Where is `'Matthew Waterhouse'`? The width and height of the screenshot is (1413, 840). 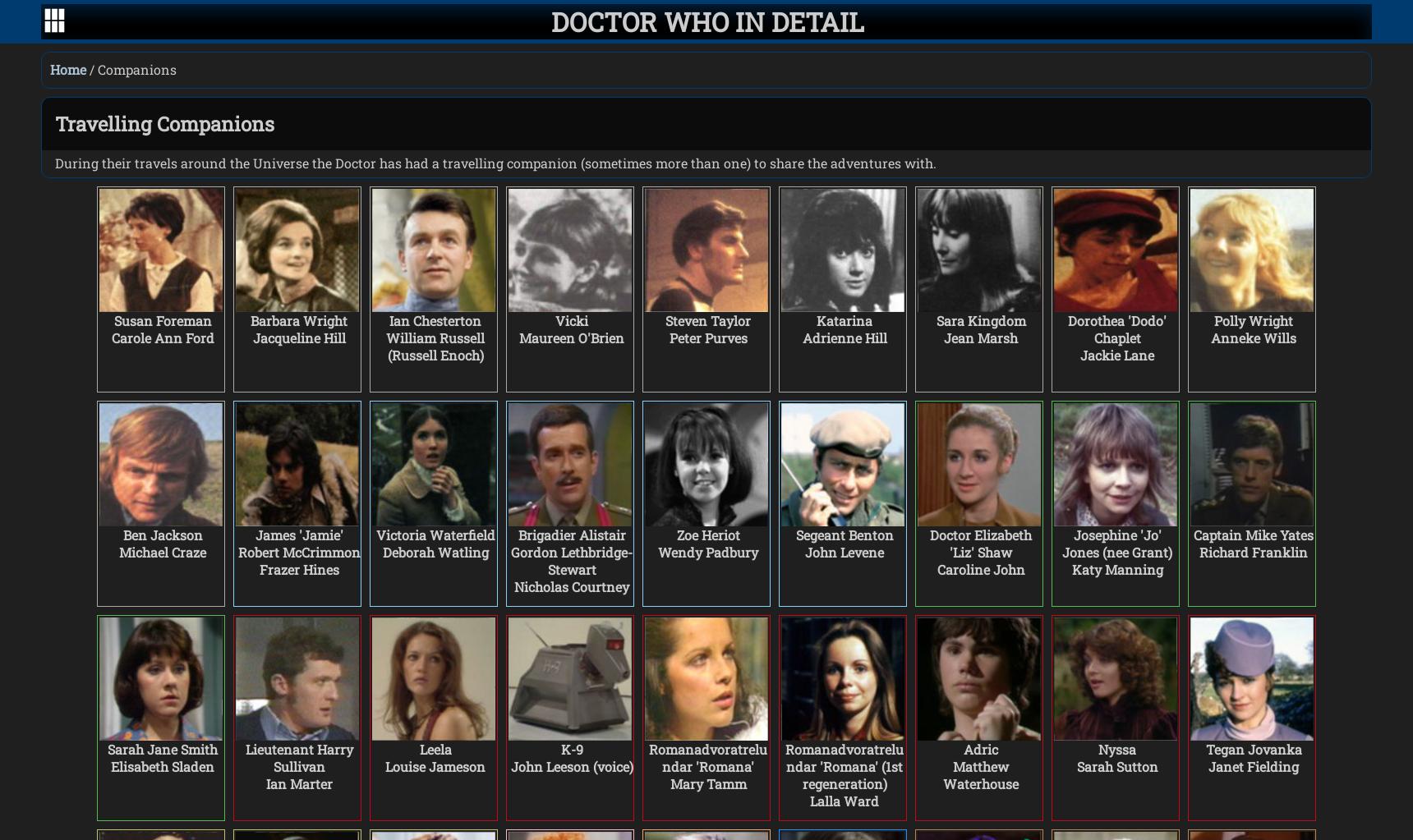
'Matthew Waterhouse' is located at coordinates (980, 774).